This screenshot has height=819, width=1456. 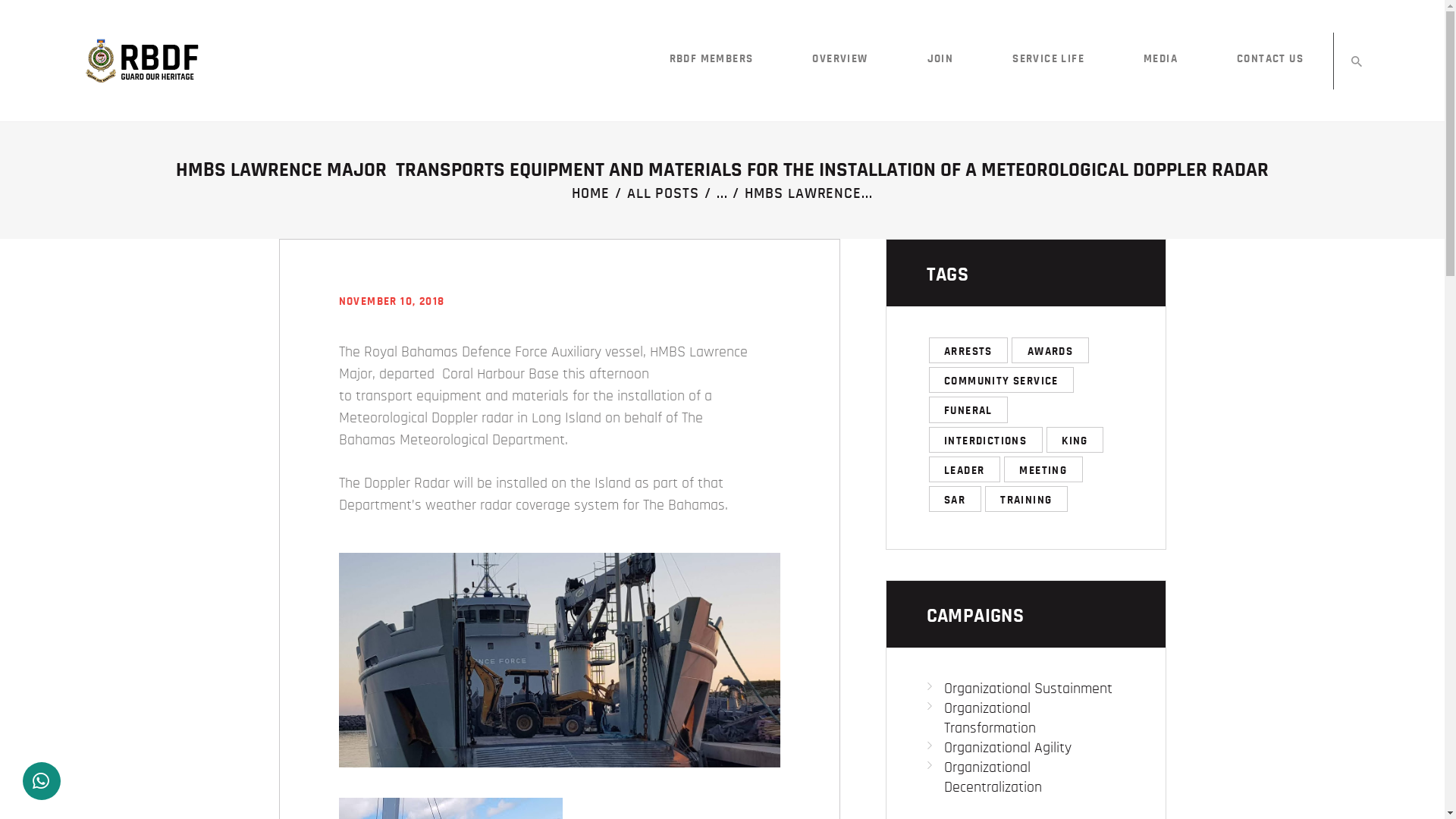 What do you see at coordinates (940, 58) in the screenshot?
I see `'JOIN'` at bounding box center [940, 58].